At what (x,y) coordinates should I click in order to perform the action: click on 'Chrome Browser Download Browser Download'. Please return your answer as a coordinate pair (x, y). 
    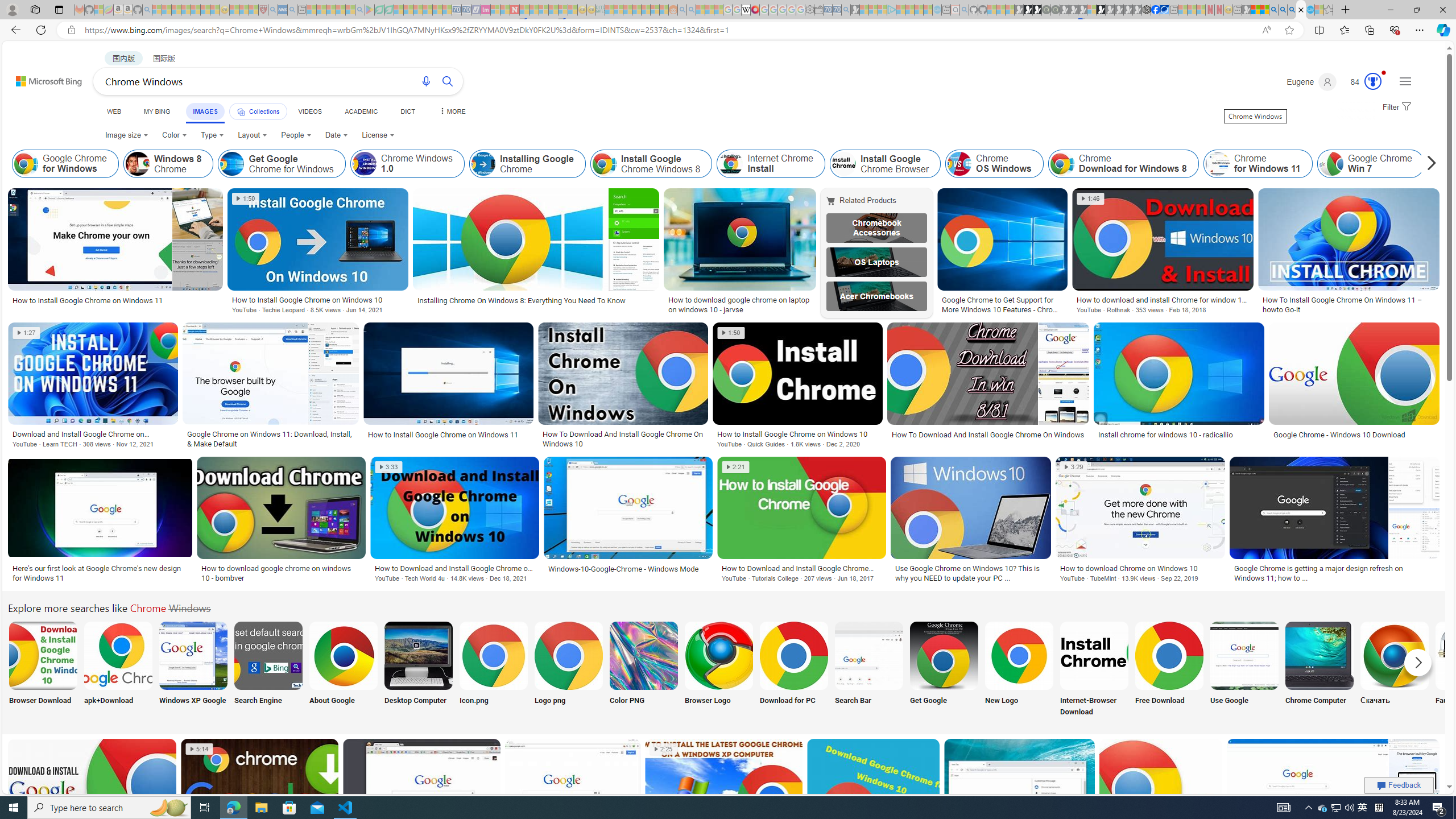
    Looking at the image, I should click on (42, 669).